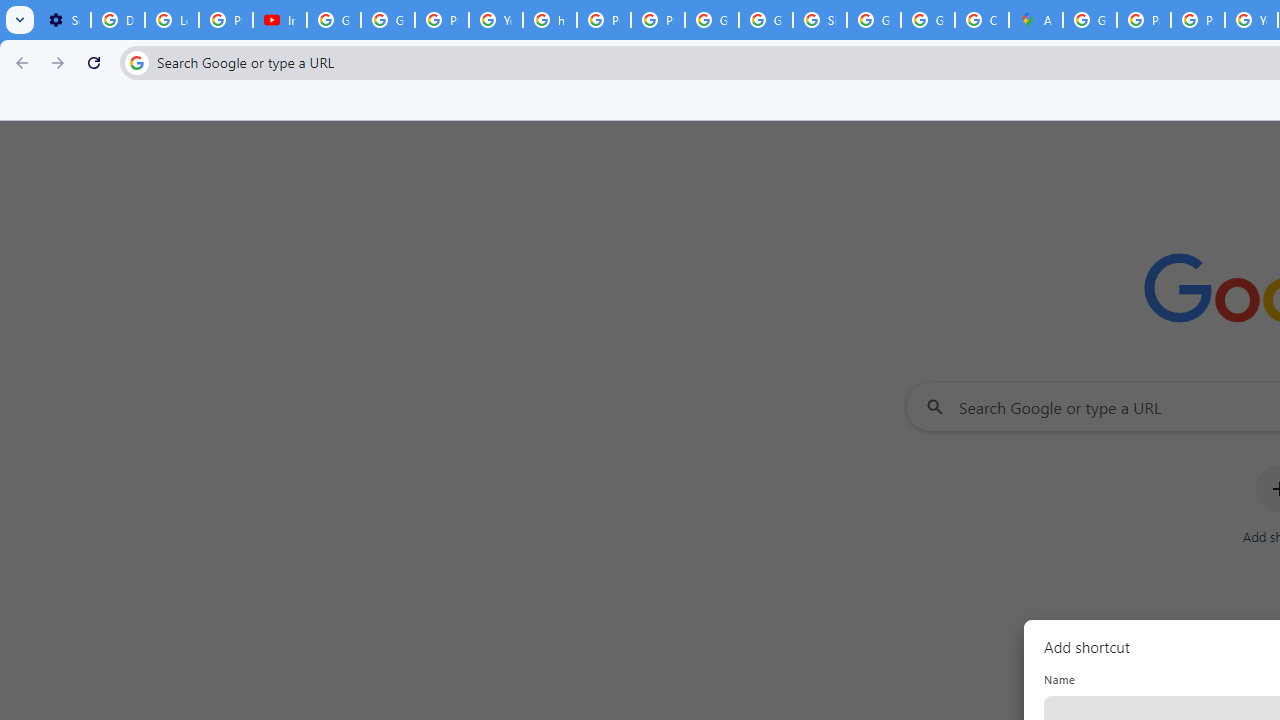 This screenshot has width=1280, height=720. What do you see at coordinates (334, 20) in the screenshot?
I see `'Google Account Help'` at bounding box center [334, 20].